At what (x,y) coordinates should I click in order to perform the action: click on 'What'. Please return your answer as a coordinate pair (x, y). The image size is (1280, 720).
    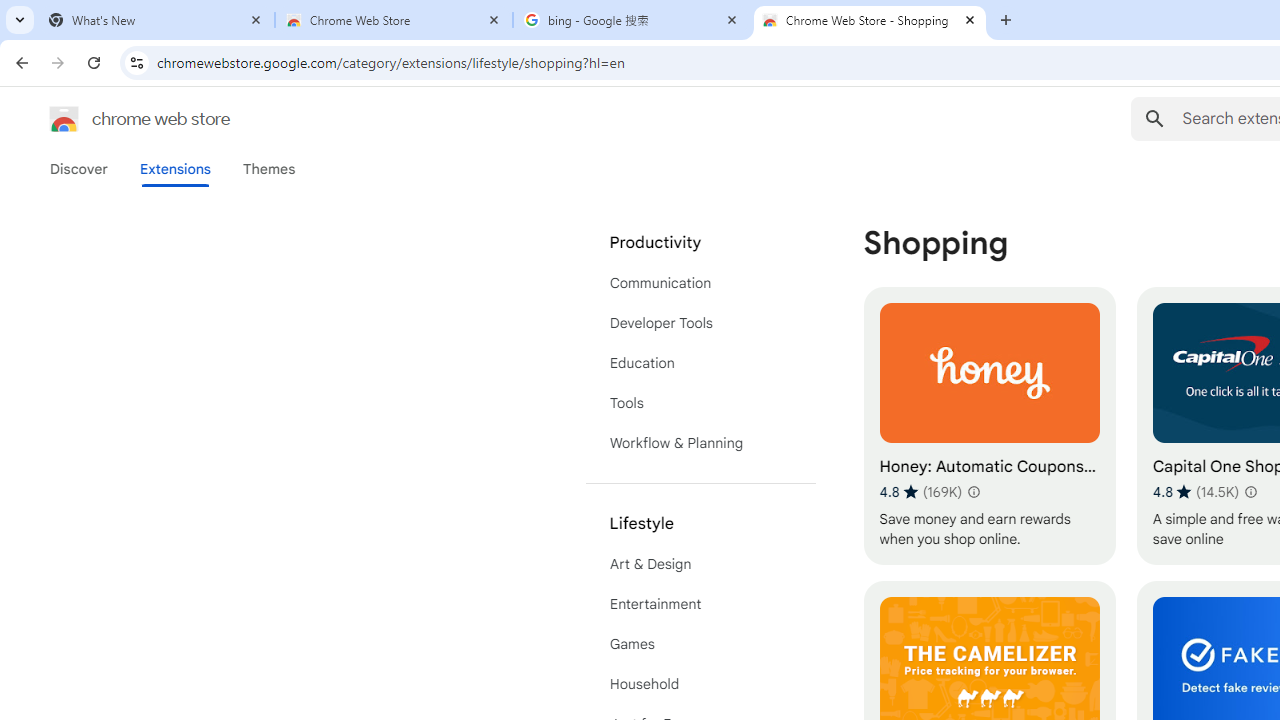
    Looking at the image, I should click on (155, 20).